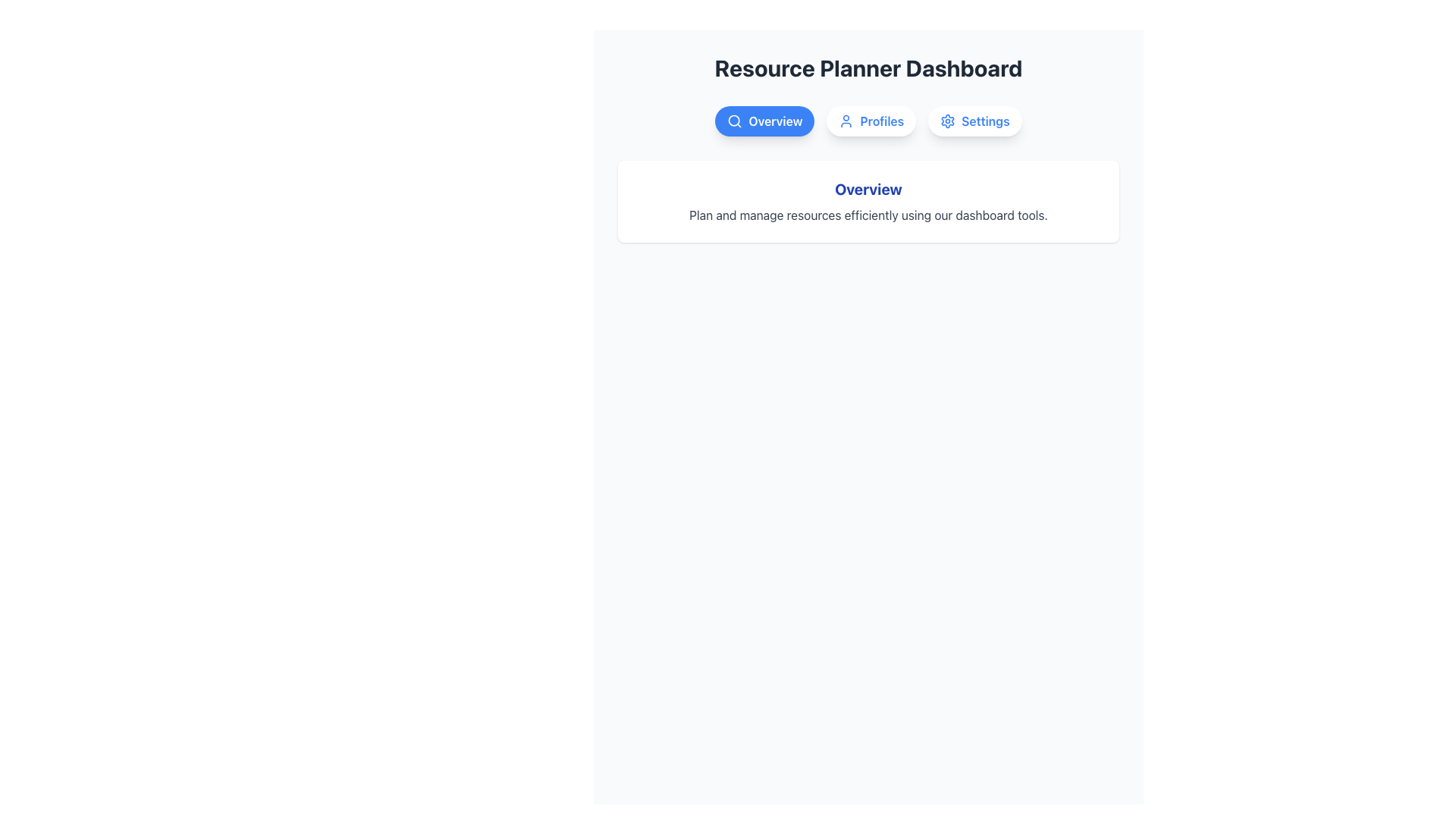  What do you see at coordinates (868, 201) in the screenshot?
I see `displayed text in the Textual Information Block titled 'Overview', which features a bold blue title and a descriptive gray text below it` at bounding box center [868, 201].